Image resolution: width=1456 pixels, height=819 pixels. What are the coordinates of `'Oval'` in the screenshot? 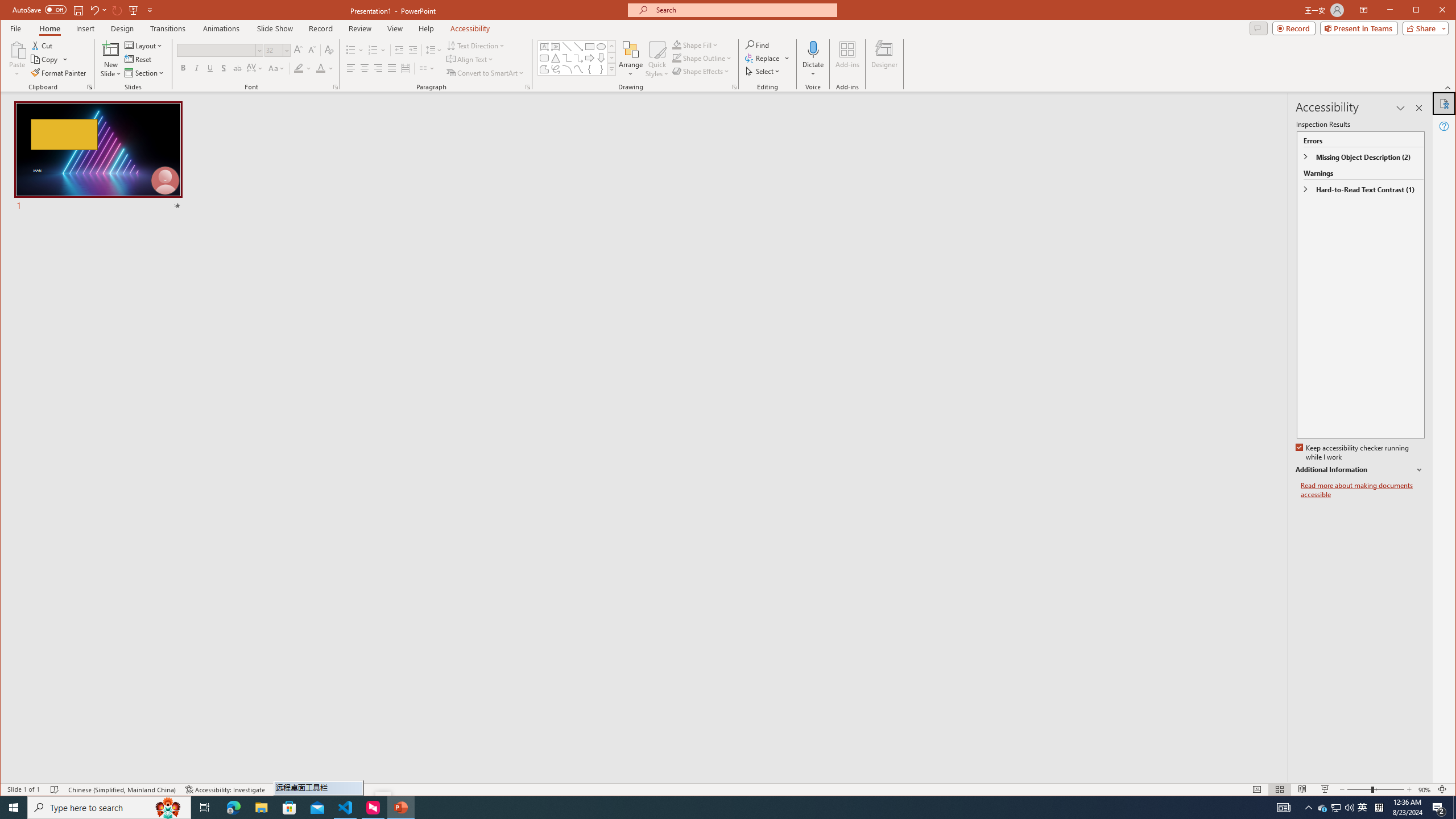 It's located at (601, 46).